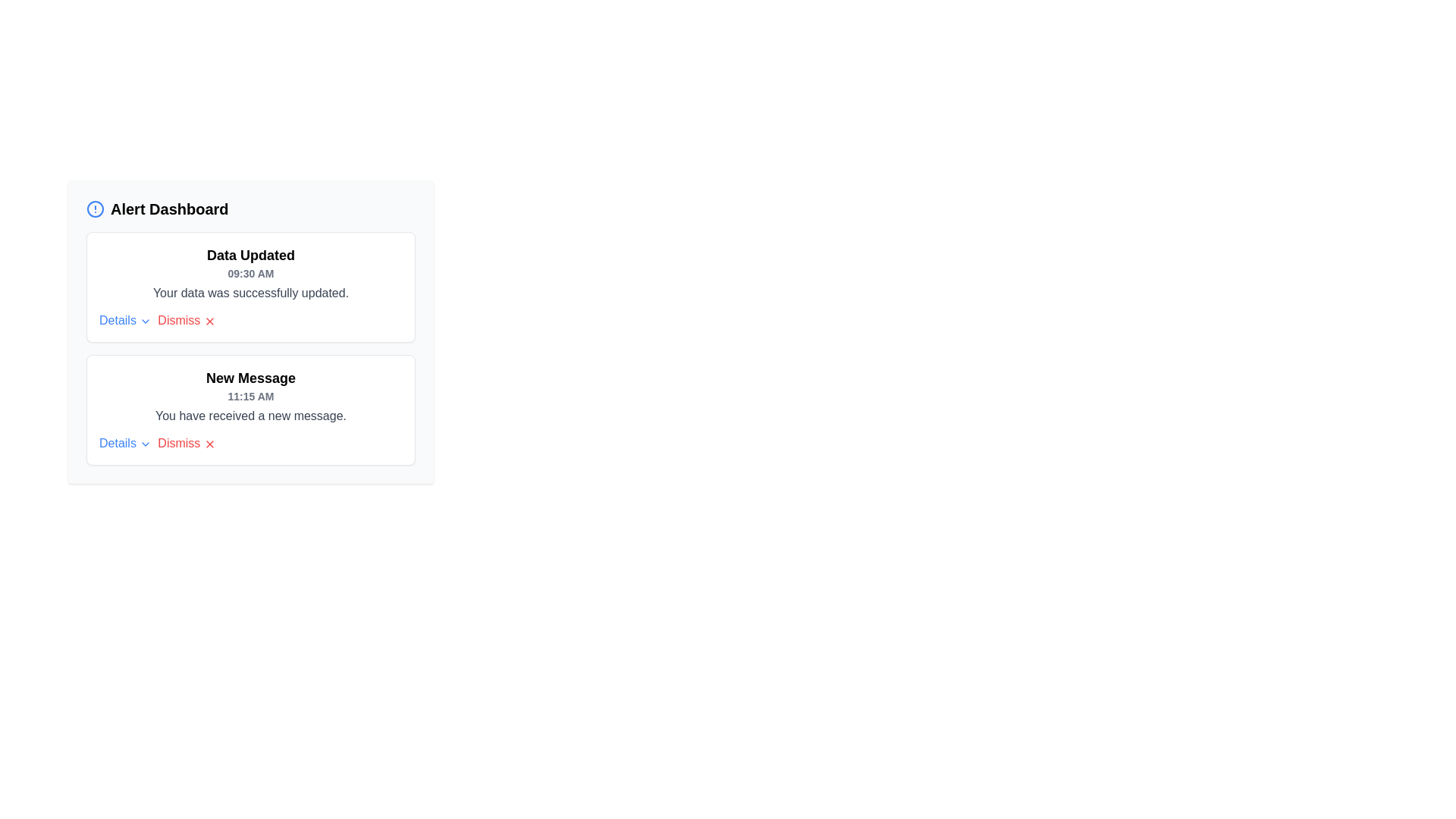  What do you see at coordinates (94, 209) in the screenshot?
I see `the alert icon located to the left of the 'Alert Dashboard' text to inspect details` at bounding box center [94, 209].